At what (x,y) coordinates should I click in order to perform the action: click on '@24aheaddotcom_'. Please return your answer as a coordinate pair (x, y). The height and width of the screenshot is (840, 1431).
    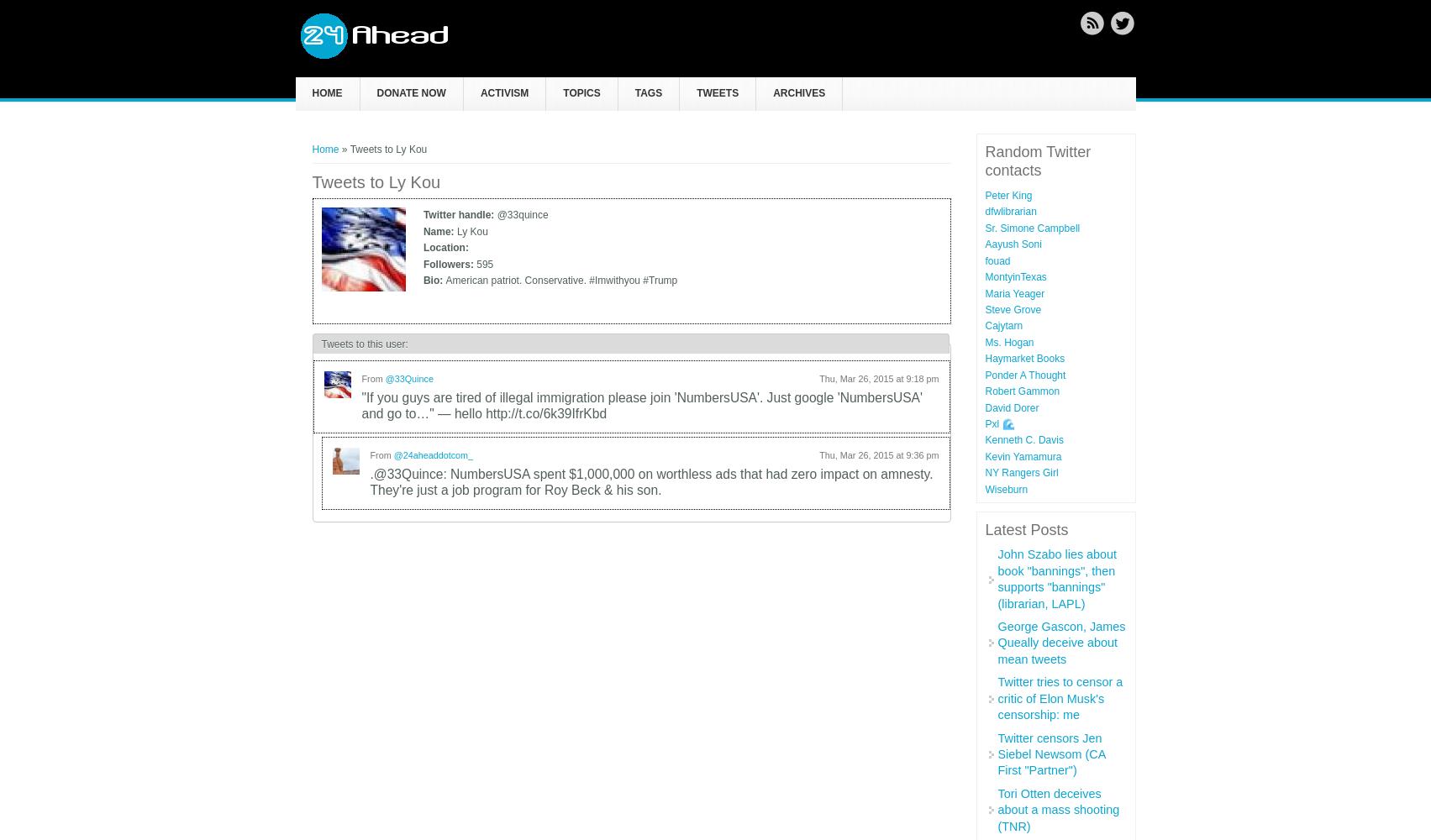
    Looking at the image, I should click on (392, 454).